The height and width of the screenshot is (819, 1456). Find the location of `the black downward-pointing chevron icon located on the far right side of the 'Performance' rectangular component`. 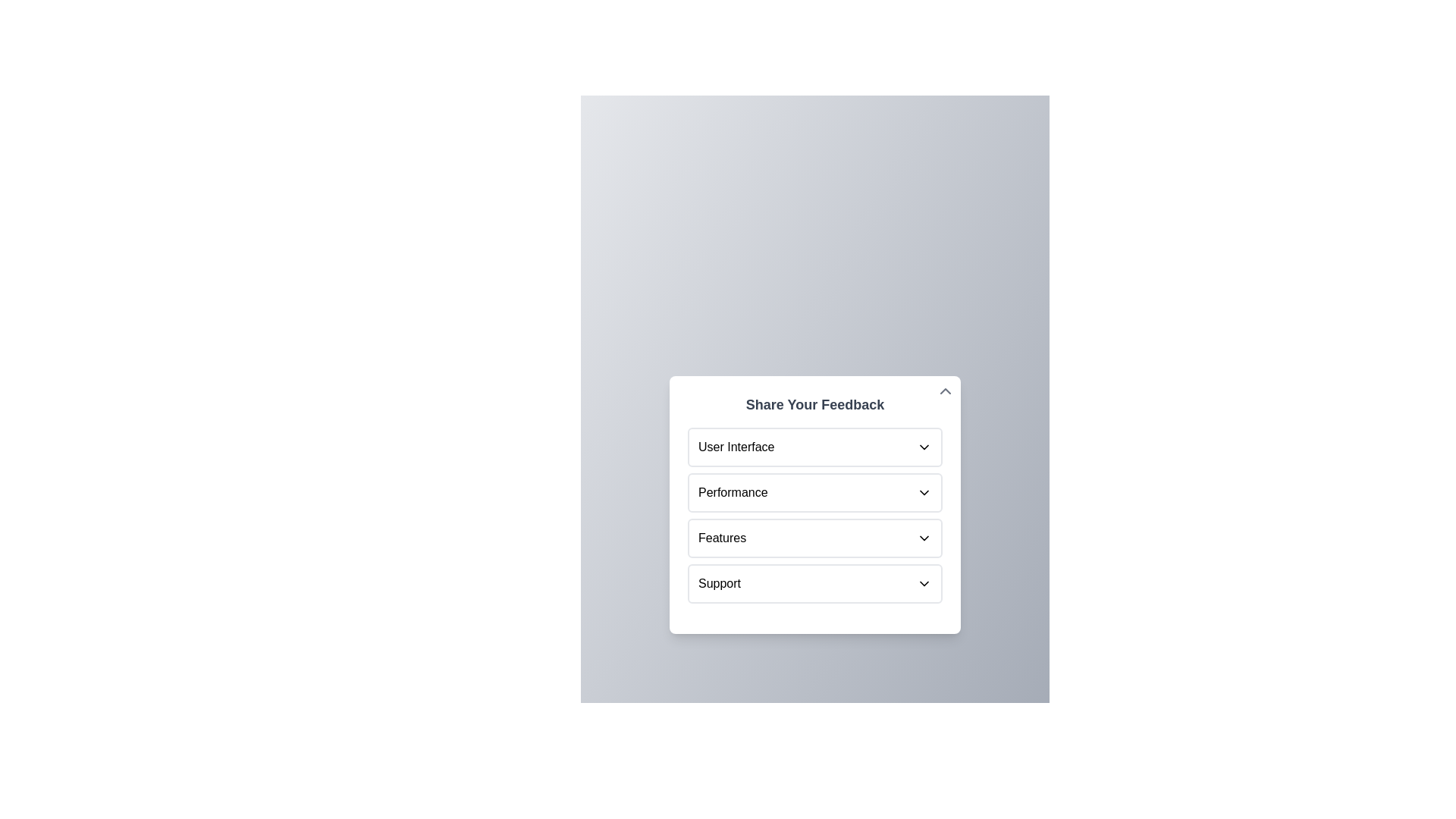

the black downward-pointing chevron icon located on the far right side of the 'Performance' rectangular component is located at coordinates (924, 493).